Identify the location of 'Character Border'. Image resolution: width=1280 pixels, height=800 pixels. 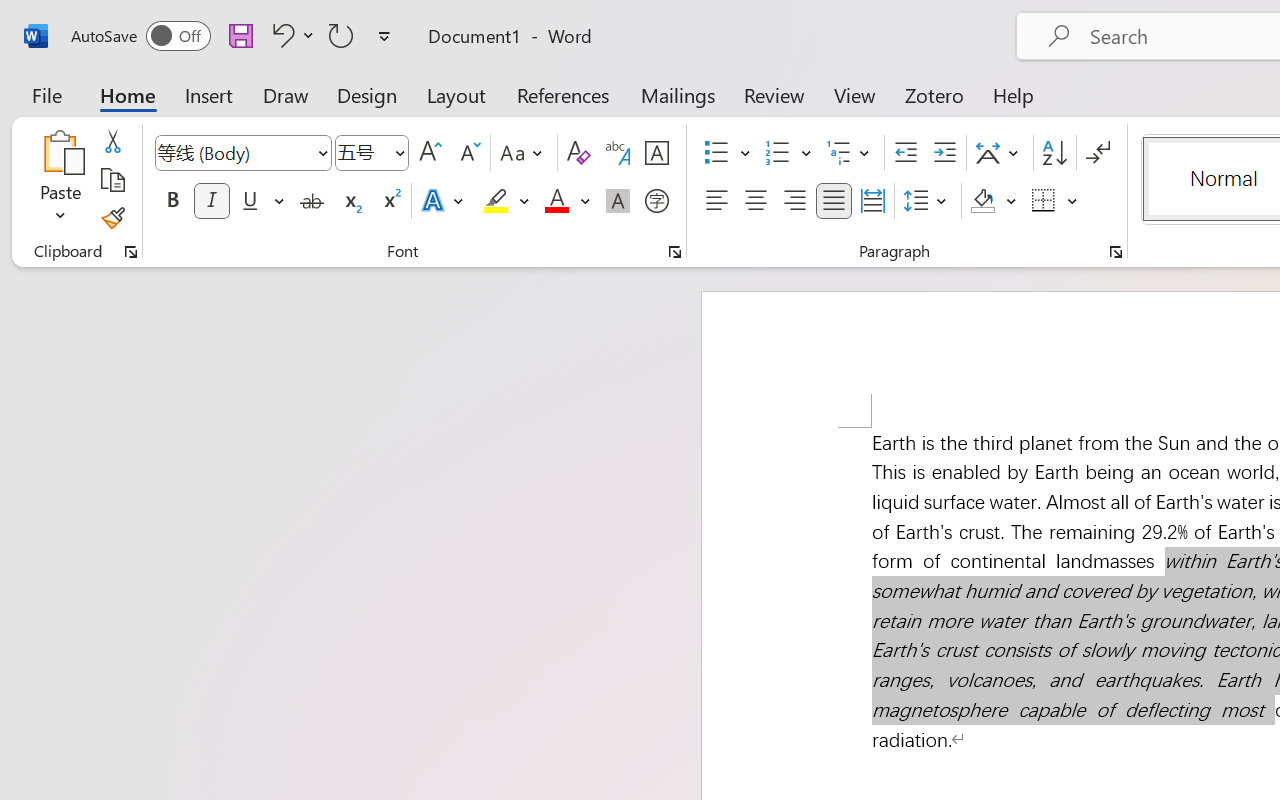
(656, 153).